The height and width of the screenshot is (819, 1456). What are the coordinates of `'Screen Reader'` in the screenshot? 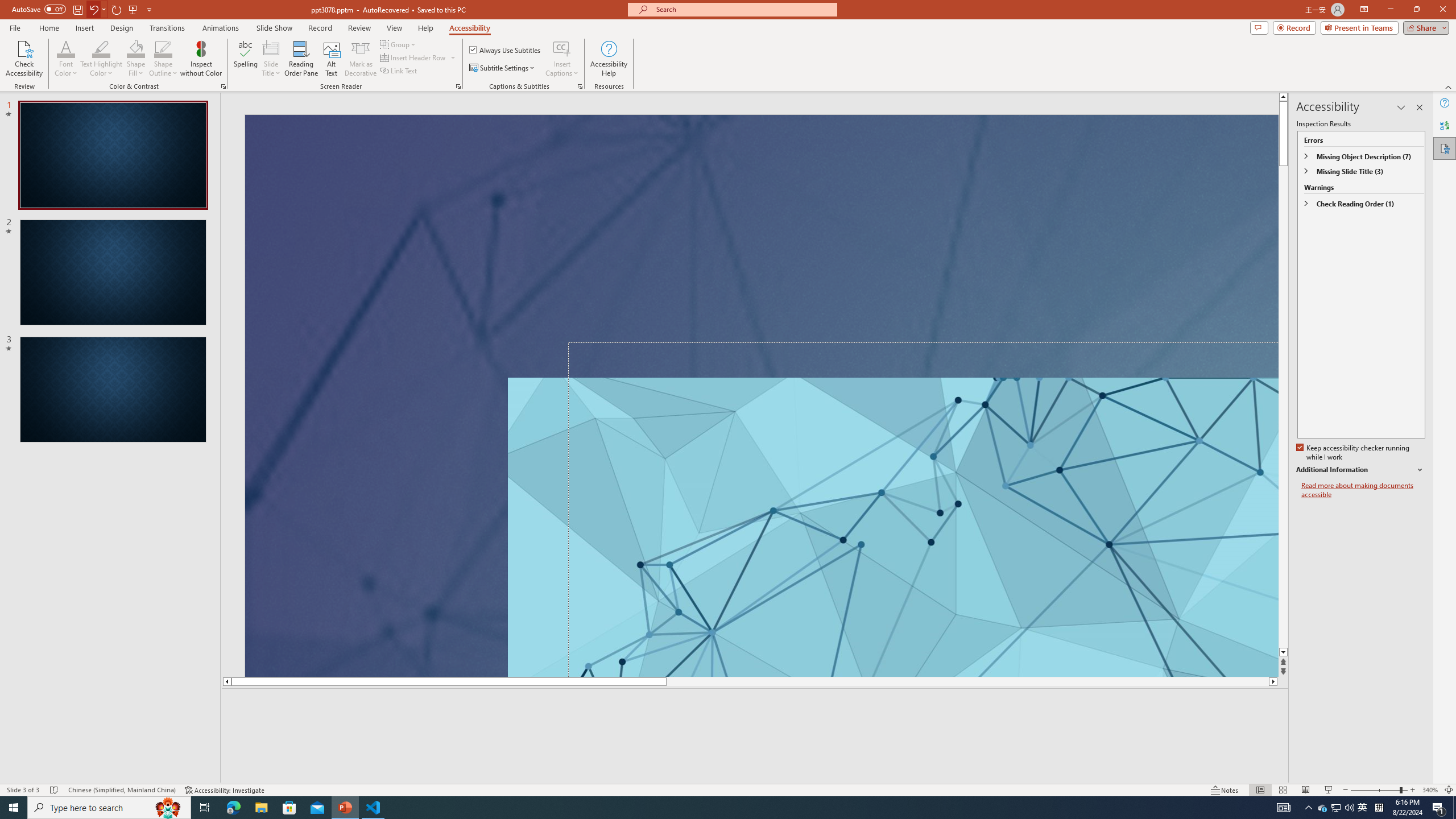 It's located at (458, 85).